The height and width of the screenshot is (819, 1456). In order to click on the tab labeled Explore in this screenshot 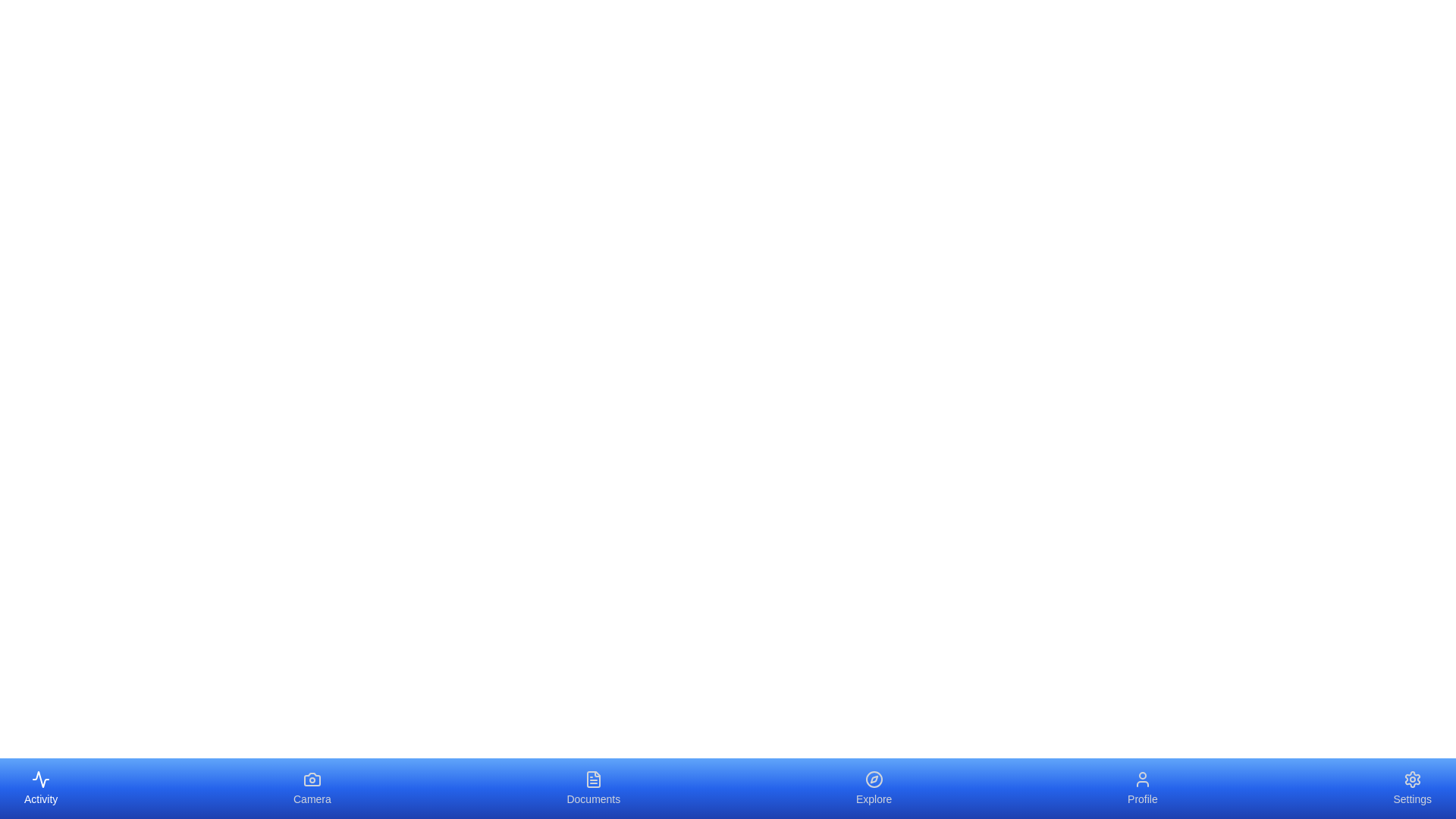, I will do `click(874, 788)`.